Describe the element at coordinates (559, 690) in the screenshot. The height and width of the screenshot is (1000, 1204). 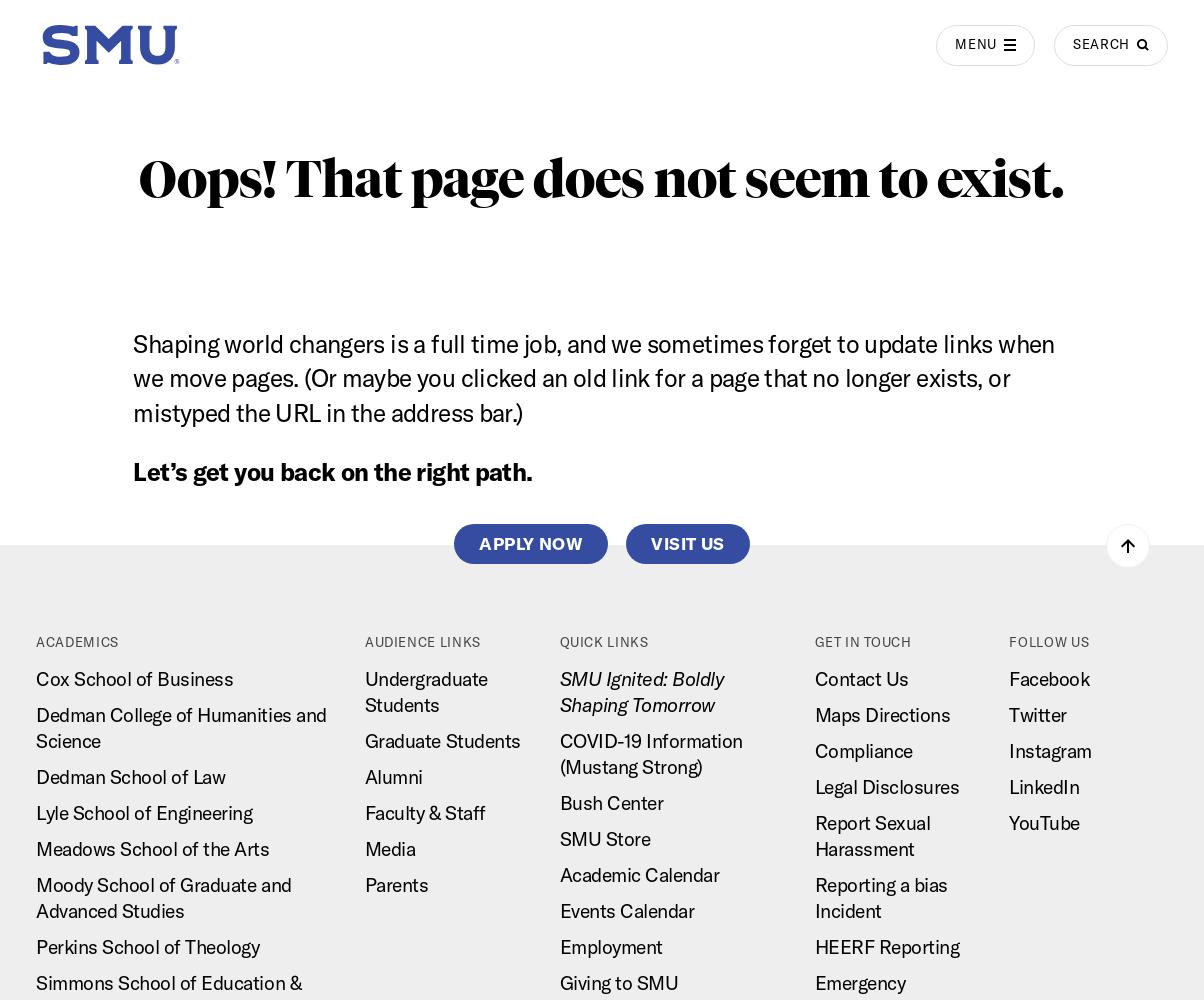
I see `'SMU Ignited: Boldly Shaping Tomorrow'` at that location.